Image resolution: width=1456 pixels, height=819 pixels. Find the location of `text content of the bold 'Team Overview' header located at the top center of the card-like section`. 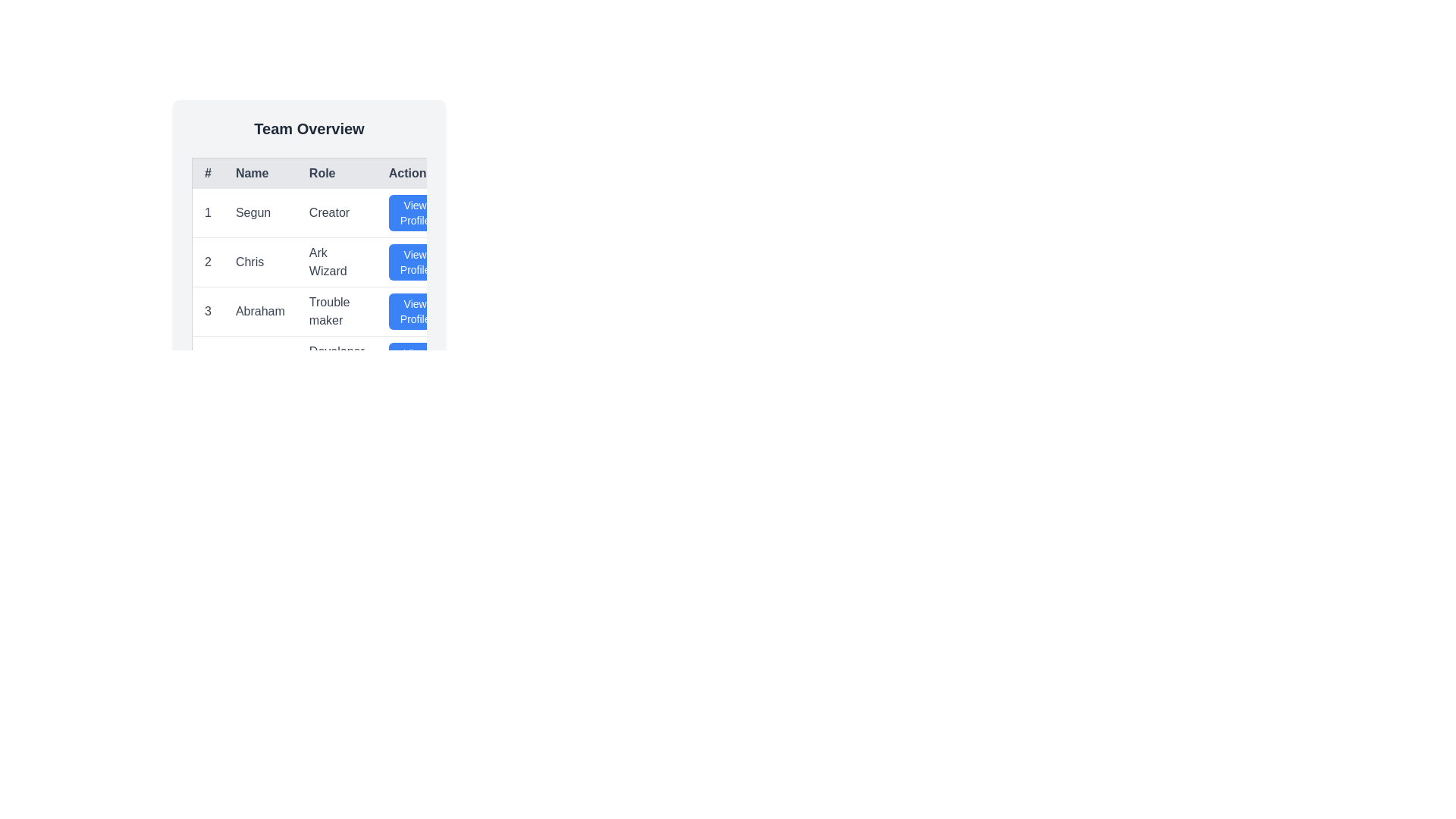

text content of the bold 'Team Overview' header located at the top center of the card-like section is located at coordinates (309, 127).